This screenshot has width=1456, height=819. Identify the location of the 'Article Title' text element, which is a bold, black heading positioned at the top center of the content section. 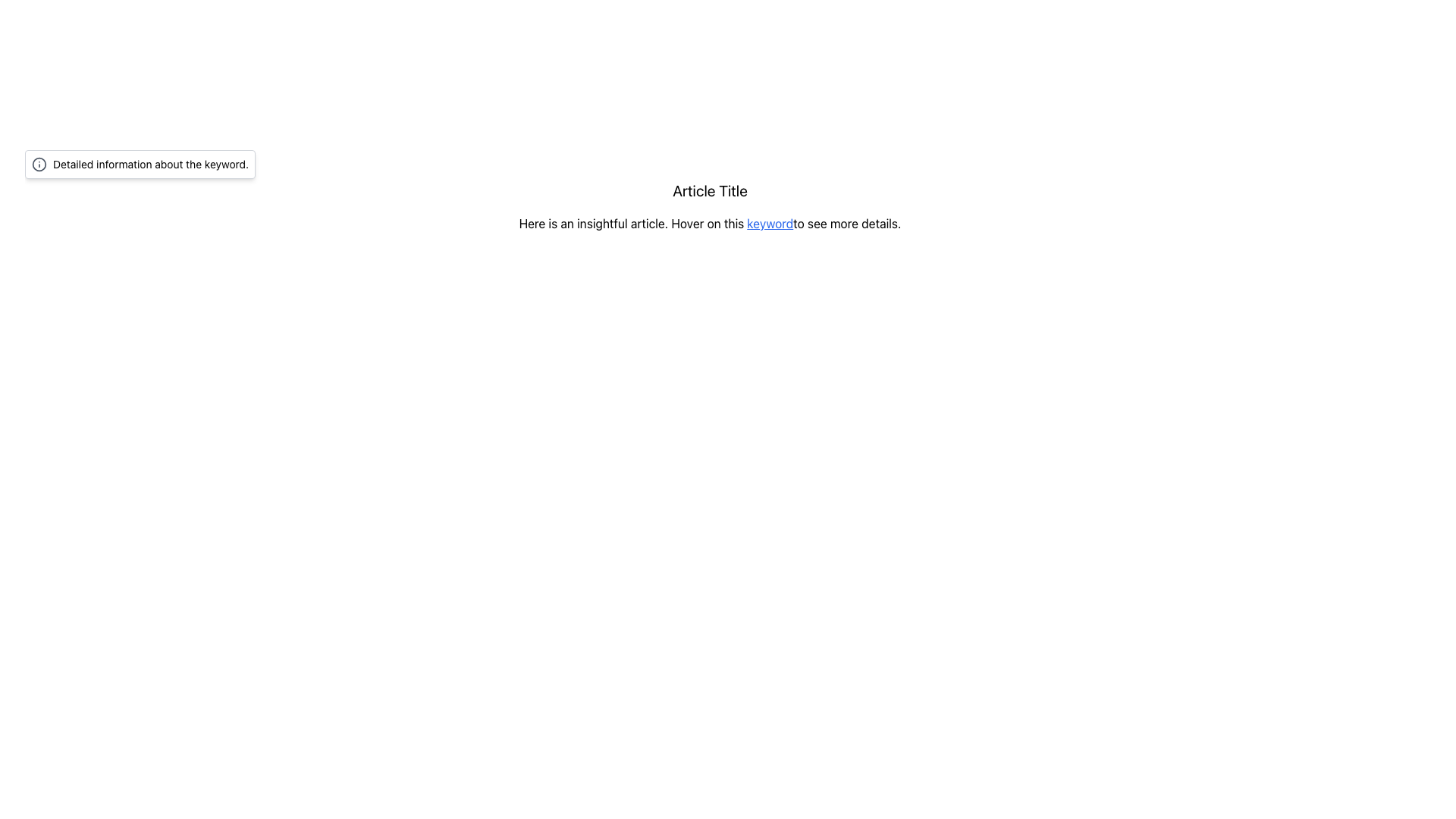
(709, 190).